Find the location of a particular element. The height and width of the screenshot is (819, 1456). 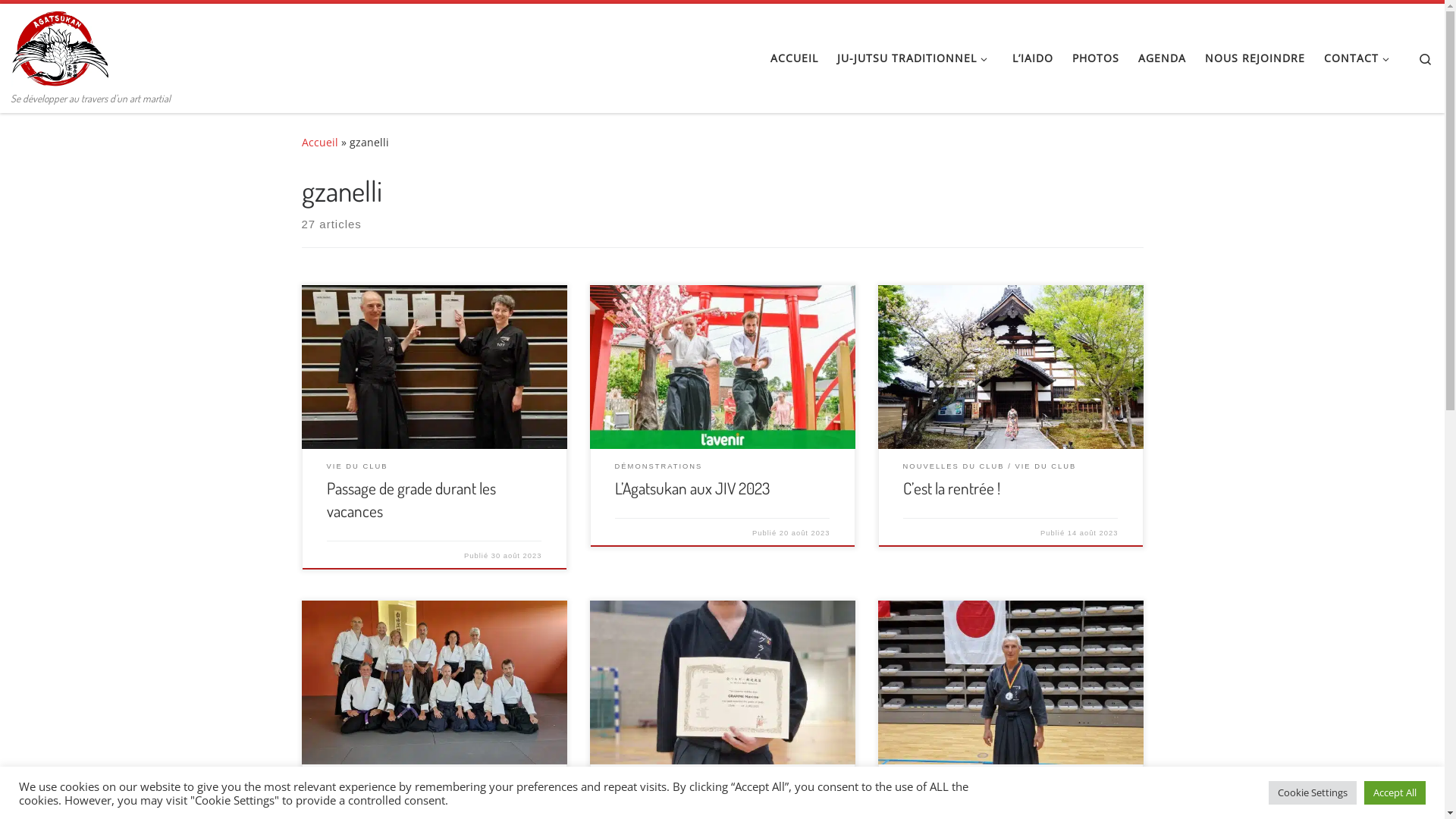

'JU-JUTSU TRADITIONNEL' is located at coordinates (914, 58).